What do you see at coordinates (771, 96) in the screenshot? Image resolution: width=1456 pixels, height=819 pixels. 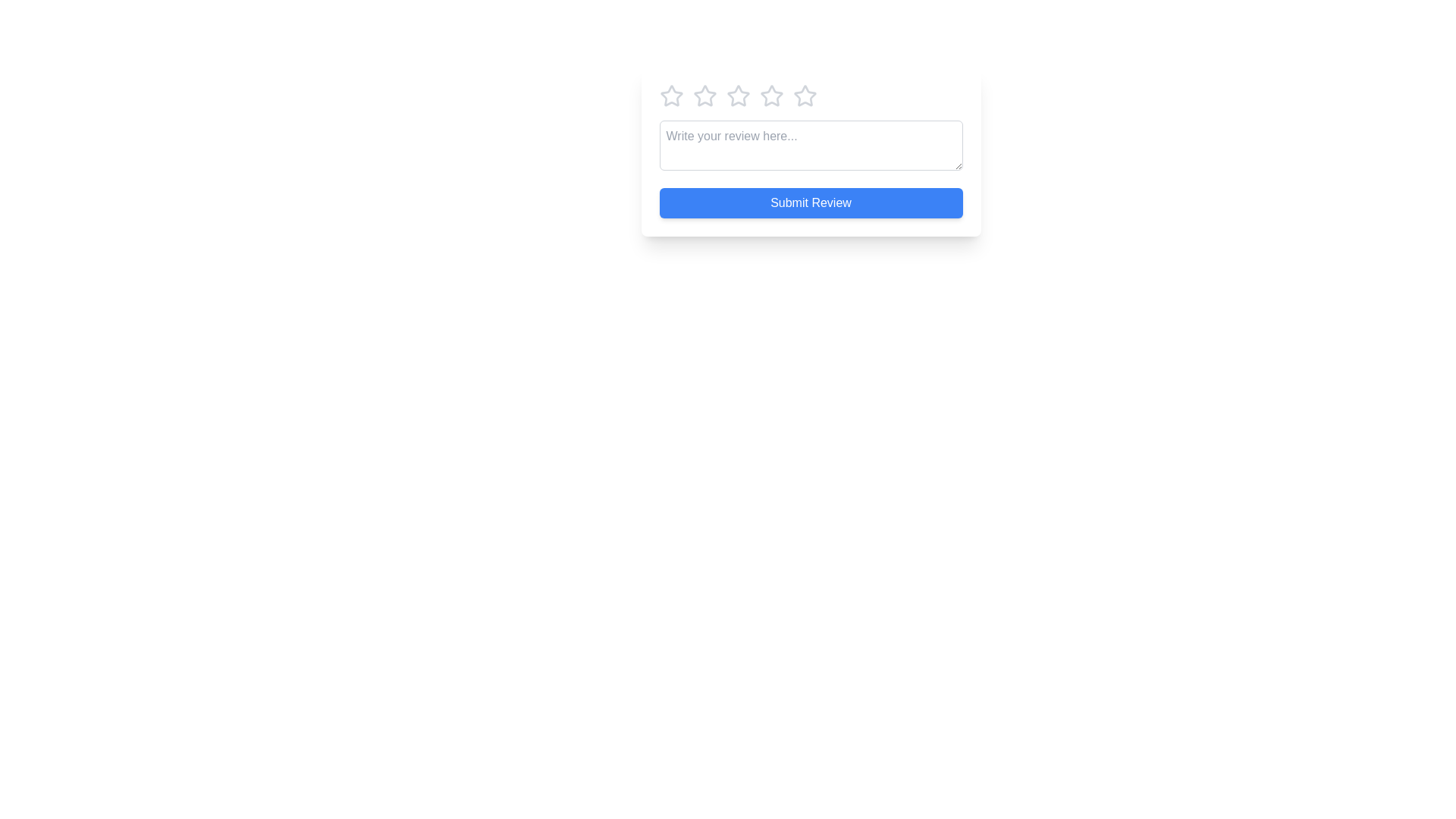 I see `the second star in the row of five stars` at bounding box center [771, 96].